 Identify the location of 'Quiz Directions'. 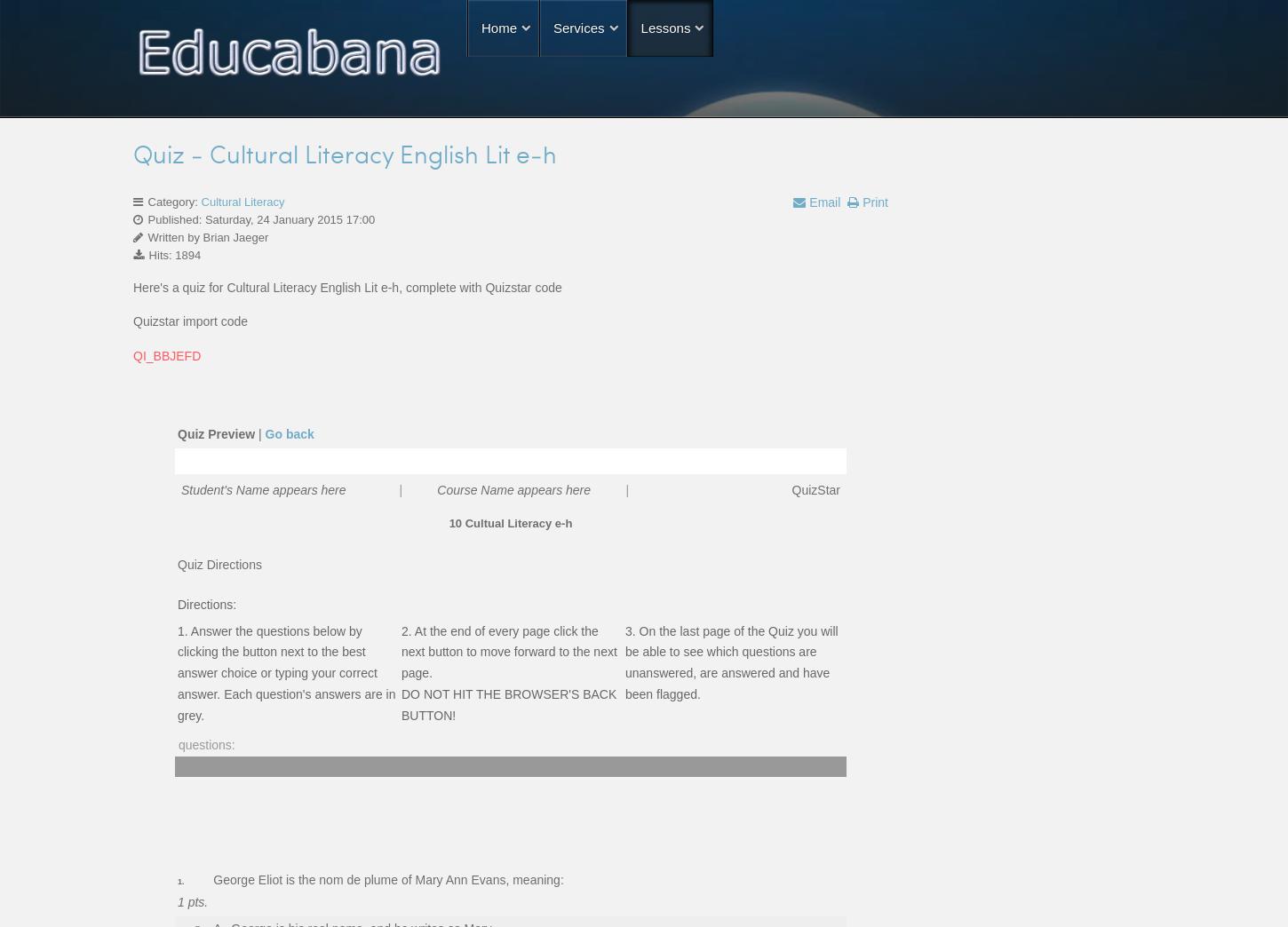
(219, 563).